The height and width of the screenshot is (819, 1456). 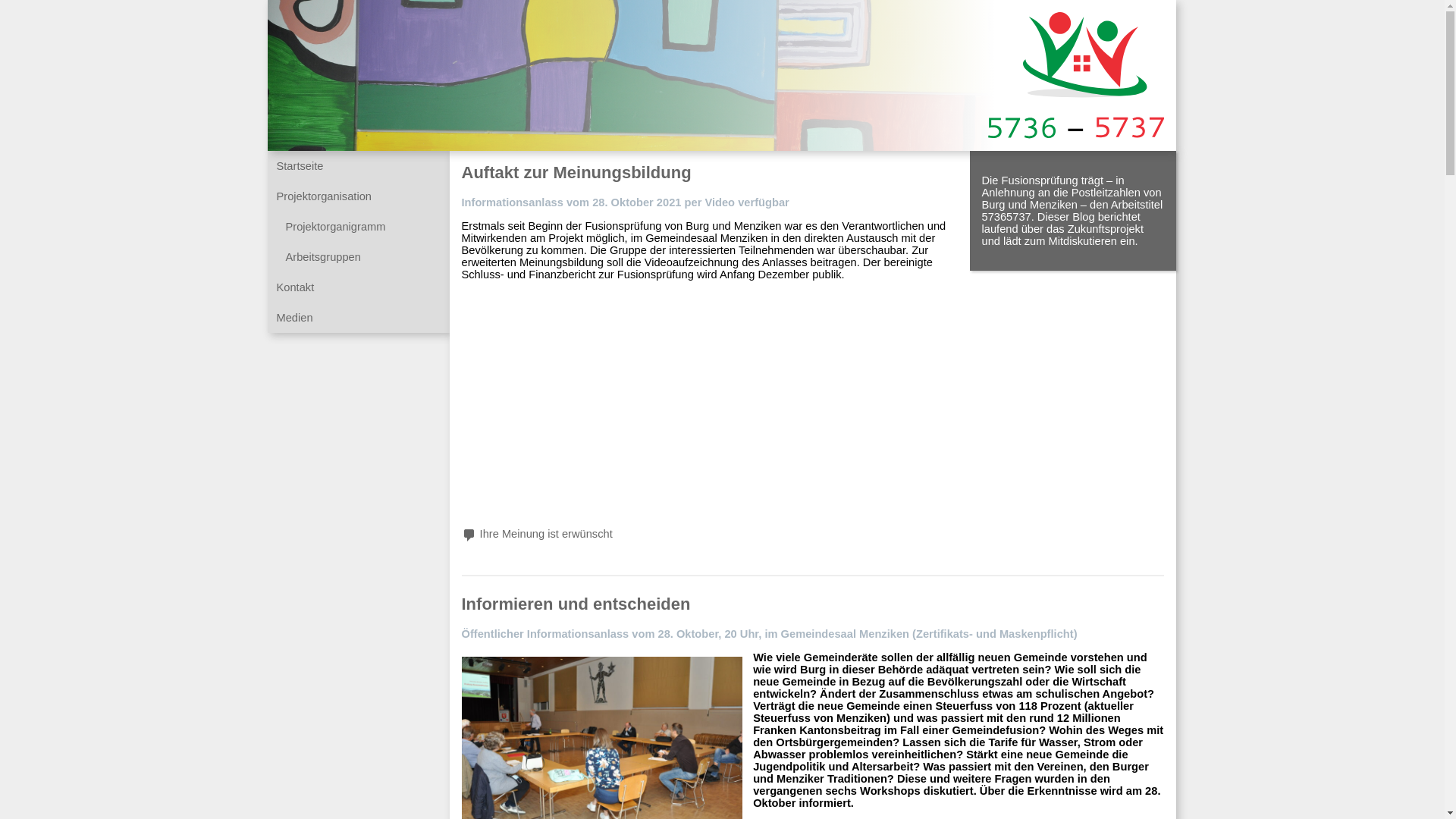 I want to click on 'Projektorganigramm', so click(x=334, y=227).